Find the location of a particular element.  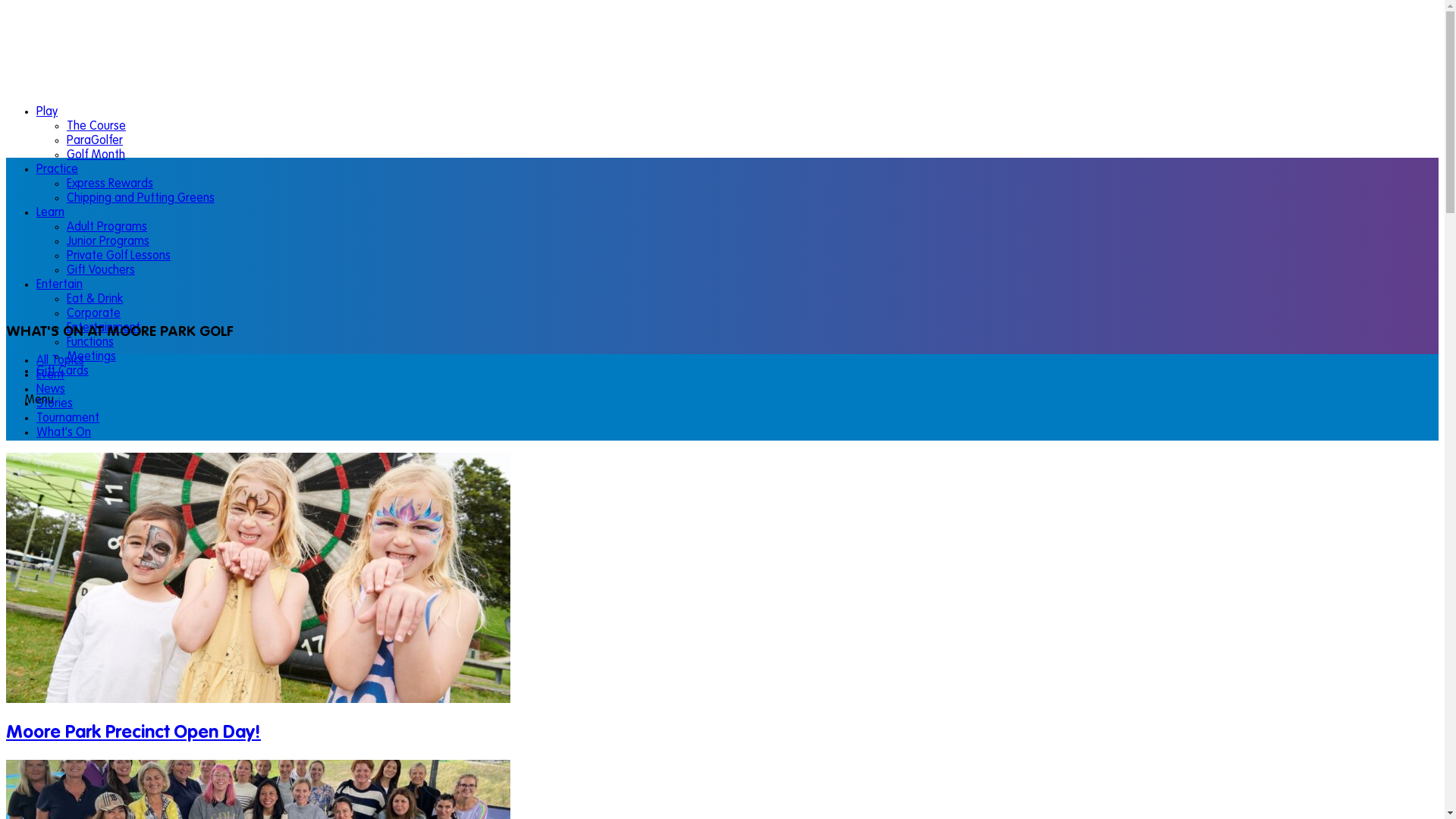

'Adult Programs' is located at coordinates (65, 227).